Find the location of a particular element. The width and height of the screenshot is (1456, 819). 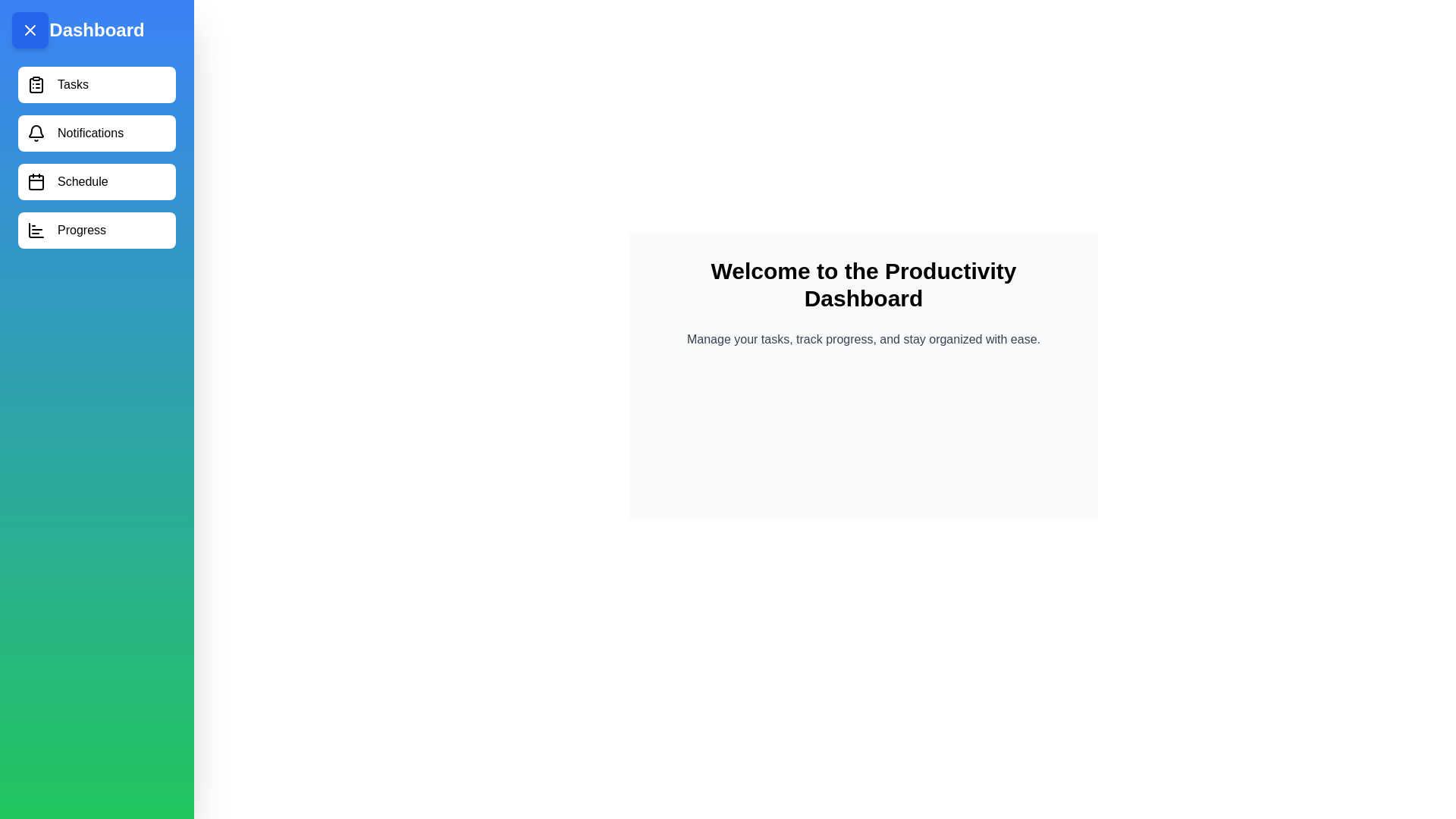

the menu item Schedule from the drawer is located at coordinates (96, 180).